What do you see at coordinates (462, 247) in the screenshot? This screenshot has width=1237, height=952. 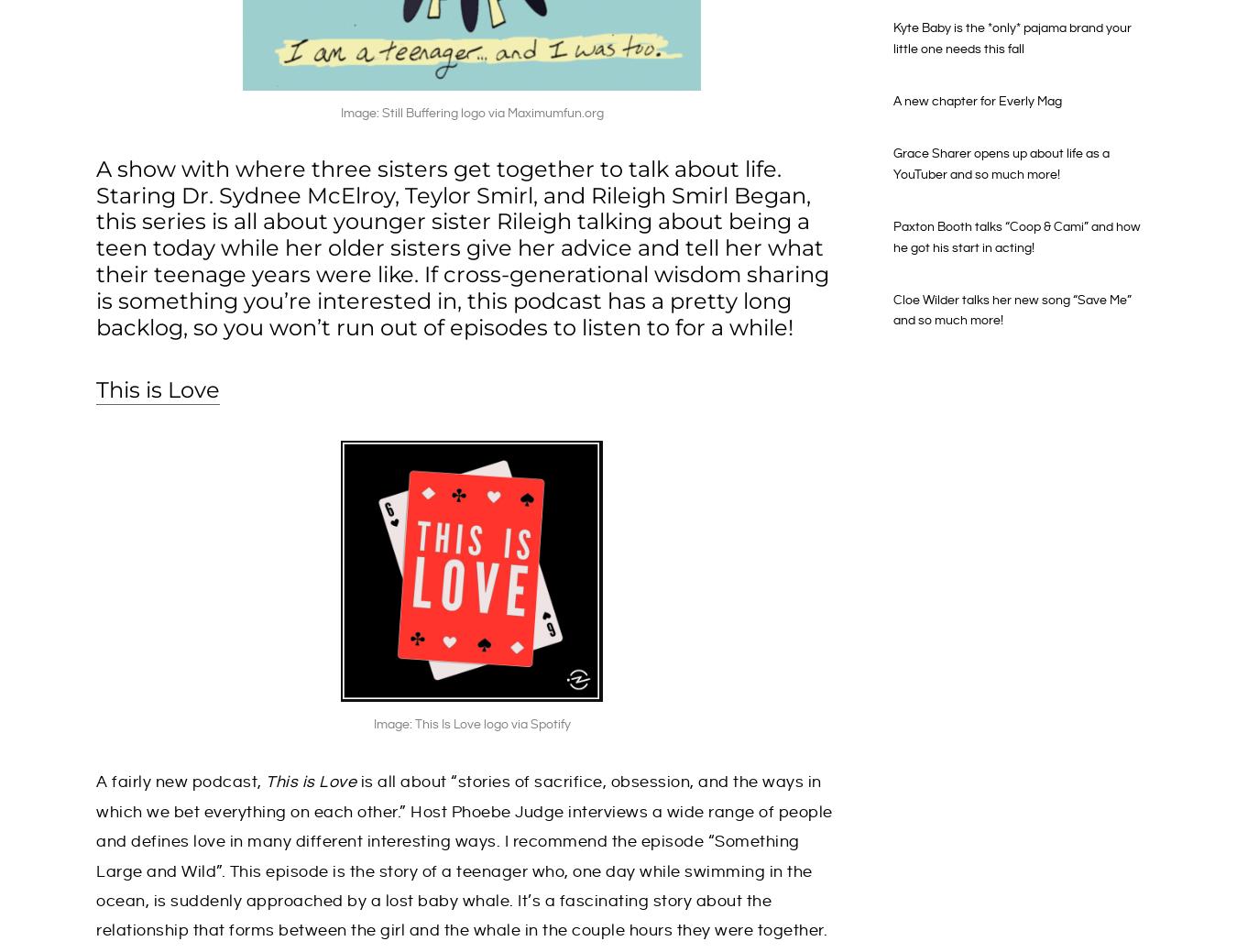 I see `'A show with where three sisters get together to talk about life. Staring Dr. Sydnee McElroy, Teylor Smirl, and Rileigh Smirl Began, this series is all about younger sister Rileigh talking about being a teen today while her older sisters give her advice and tell her what their teenage years were like. If cross-generational wisdom sharing is something you’re interested in, this podcast has a pretty long backlog, so you won’t run out of episodes to listen to for a while!'` at bounding box center [462, 247].